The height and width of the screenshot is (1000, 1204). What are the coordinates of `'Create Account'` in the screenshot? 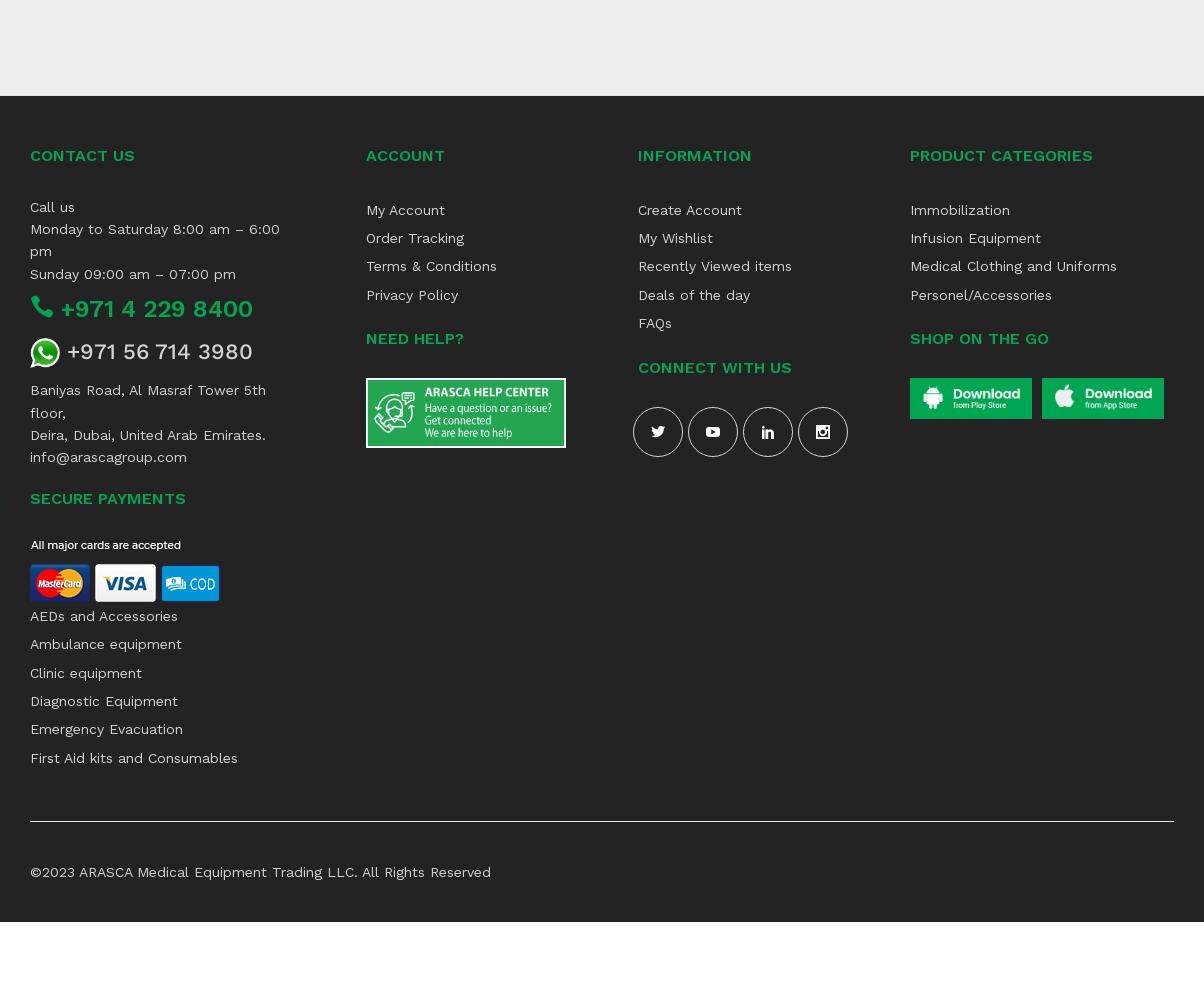 It's located at (690, 208).